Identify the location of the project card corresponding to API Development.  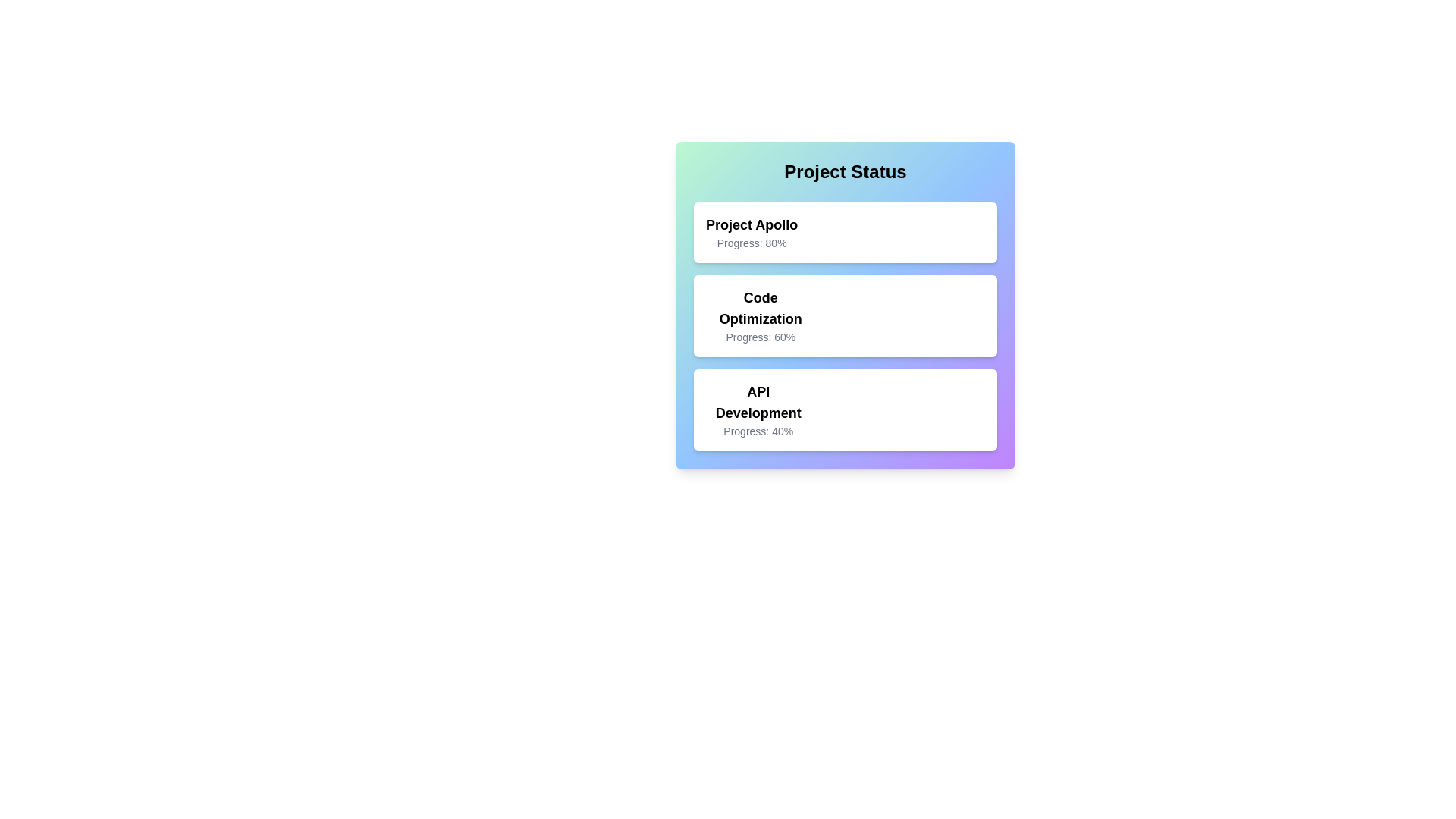
(844, 409).